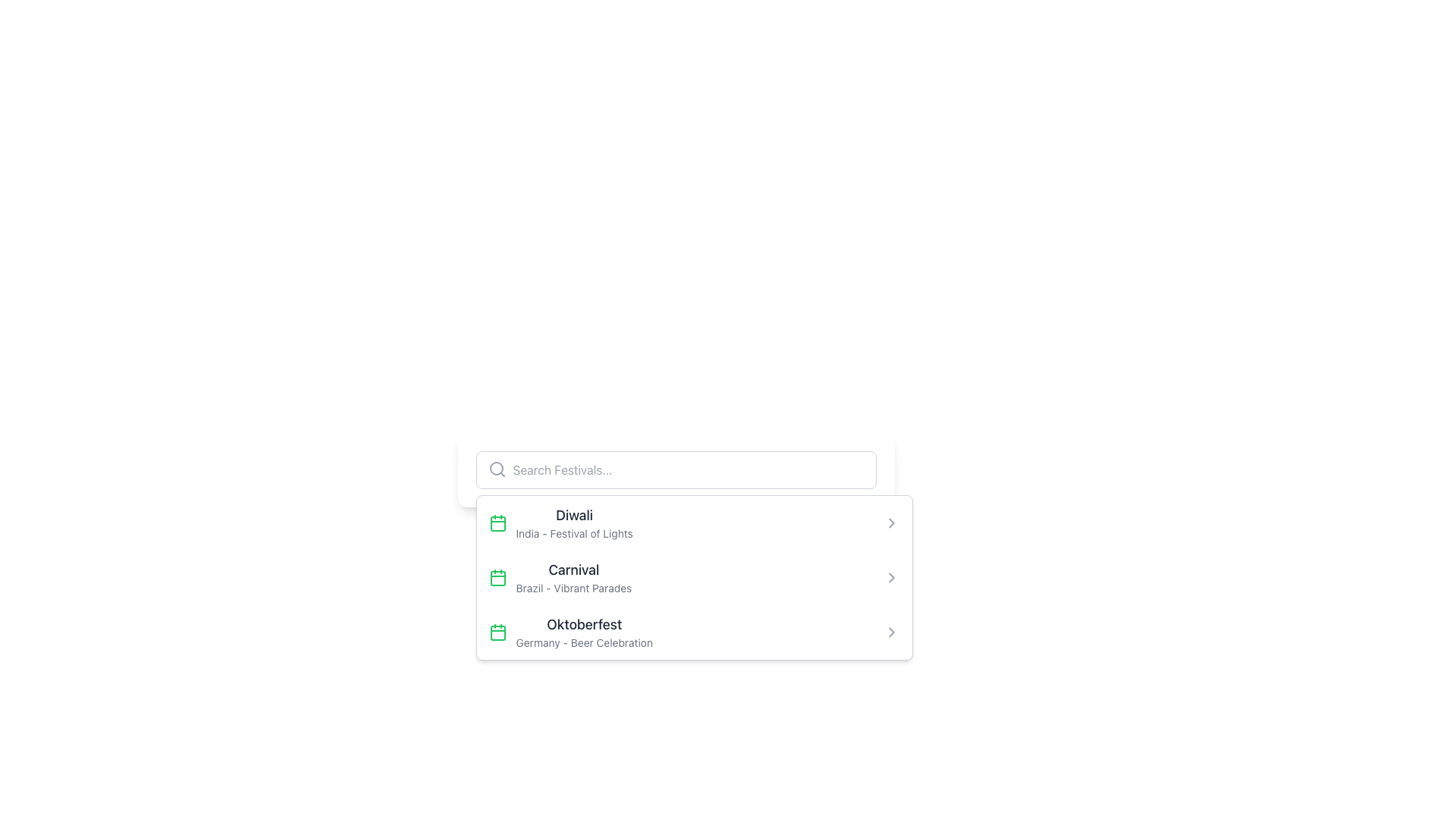 This screenshot has width=1456, height=819. I want to click on the 'Carnival' list item in the dropdown, so click(573, 578).